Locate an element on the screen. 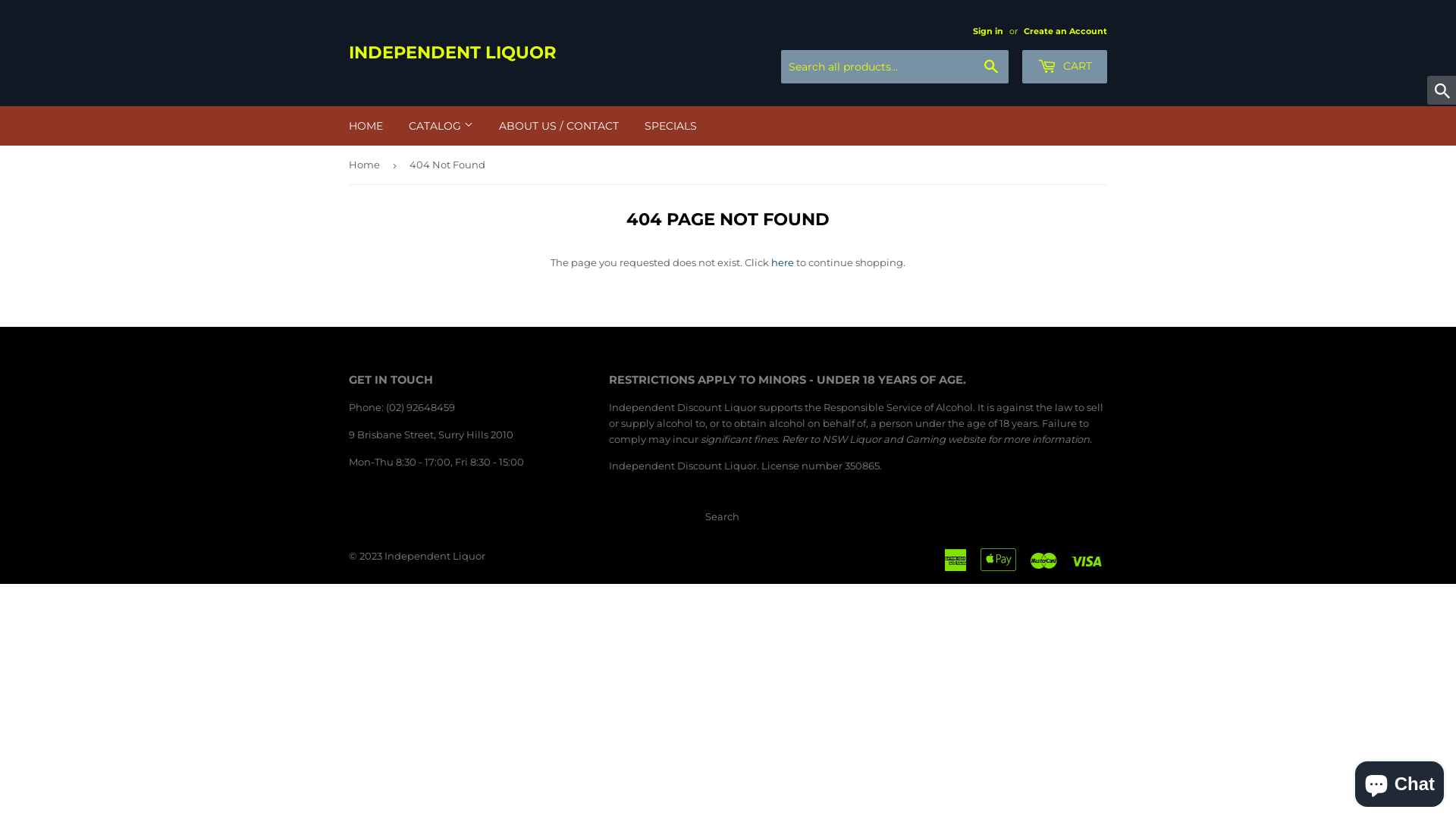  'HOME' is located at coordinates (366, 124).